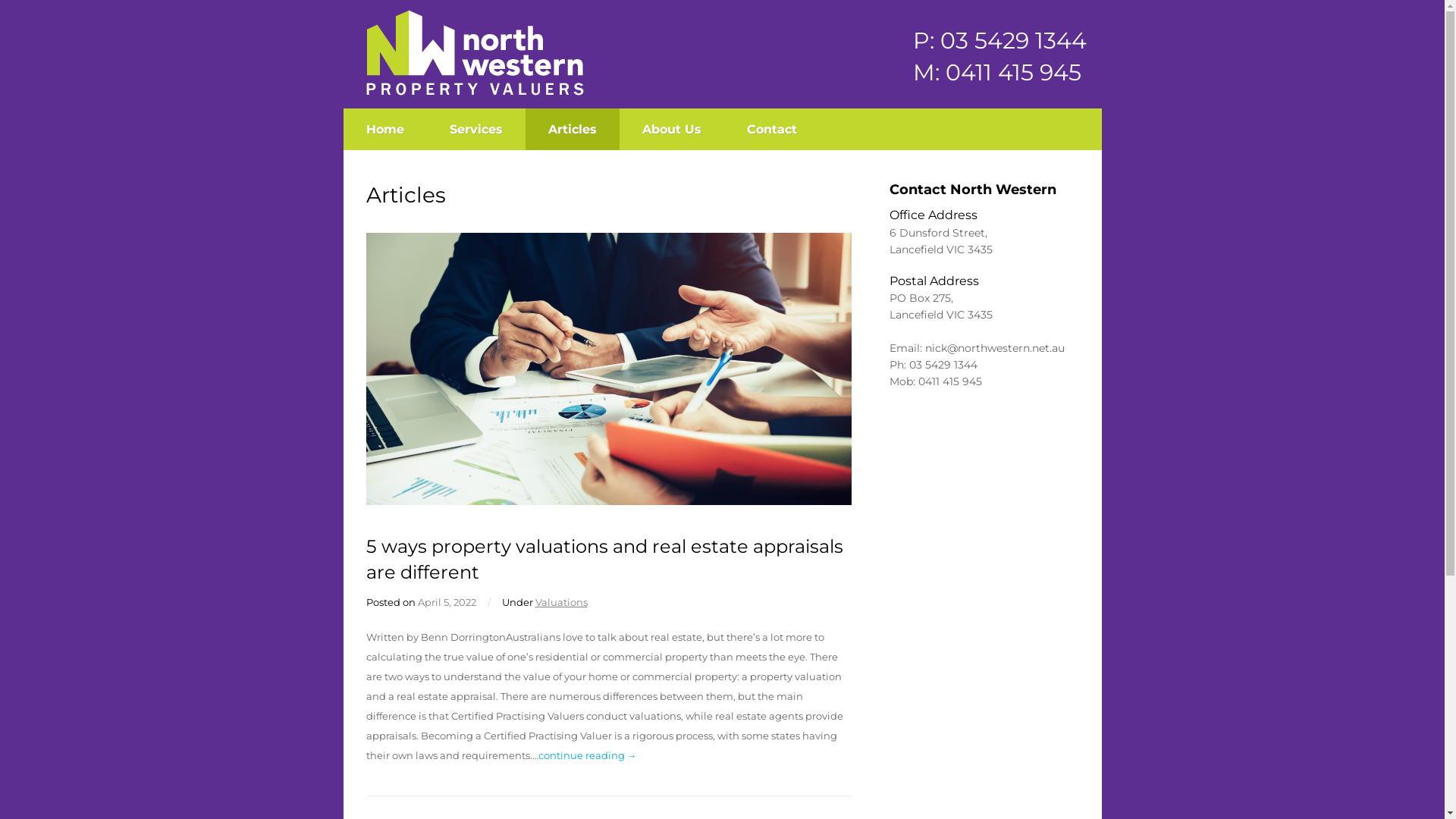  Describe the element at coordinates (524, 128) in the screenshot. I see `'Articles'` at that location.